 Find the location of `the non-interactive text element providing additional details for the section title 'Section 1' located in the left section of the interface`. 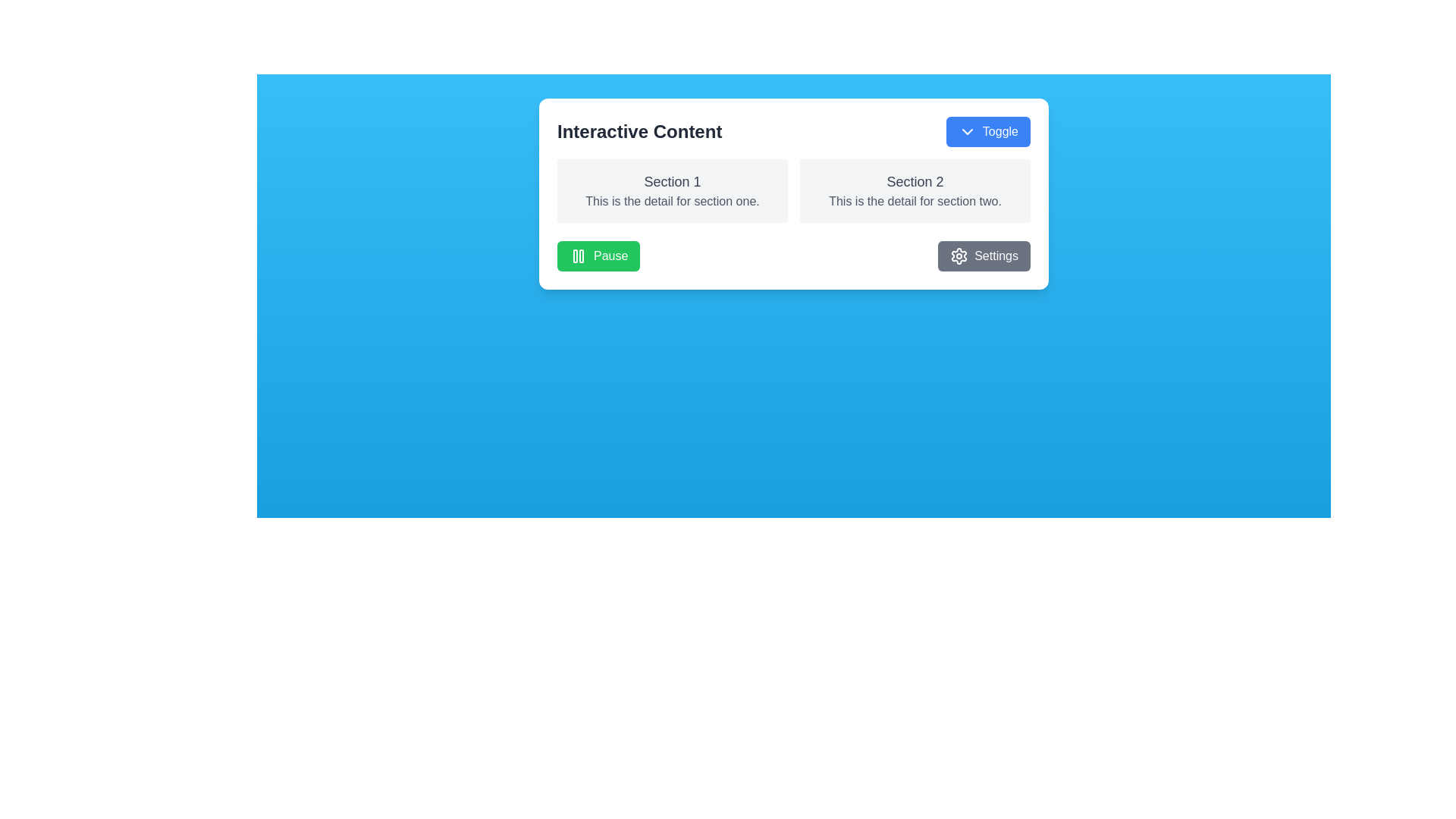

the non-interactive text element providing additional details for the section title 'Section 1' located in the left section of the interface is located at coordinates (672, 201).